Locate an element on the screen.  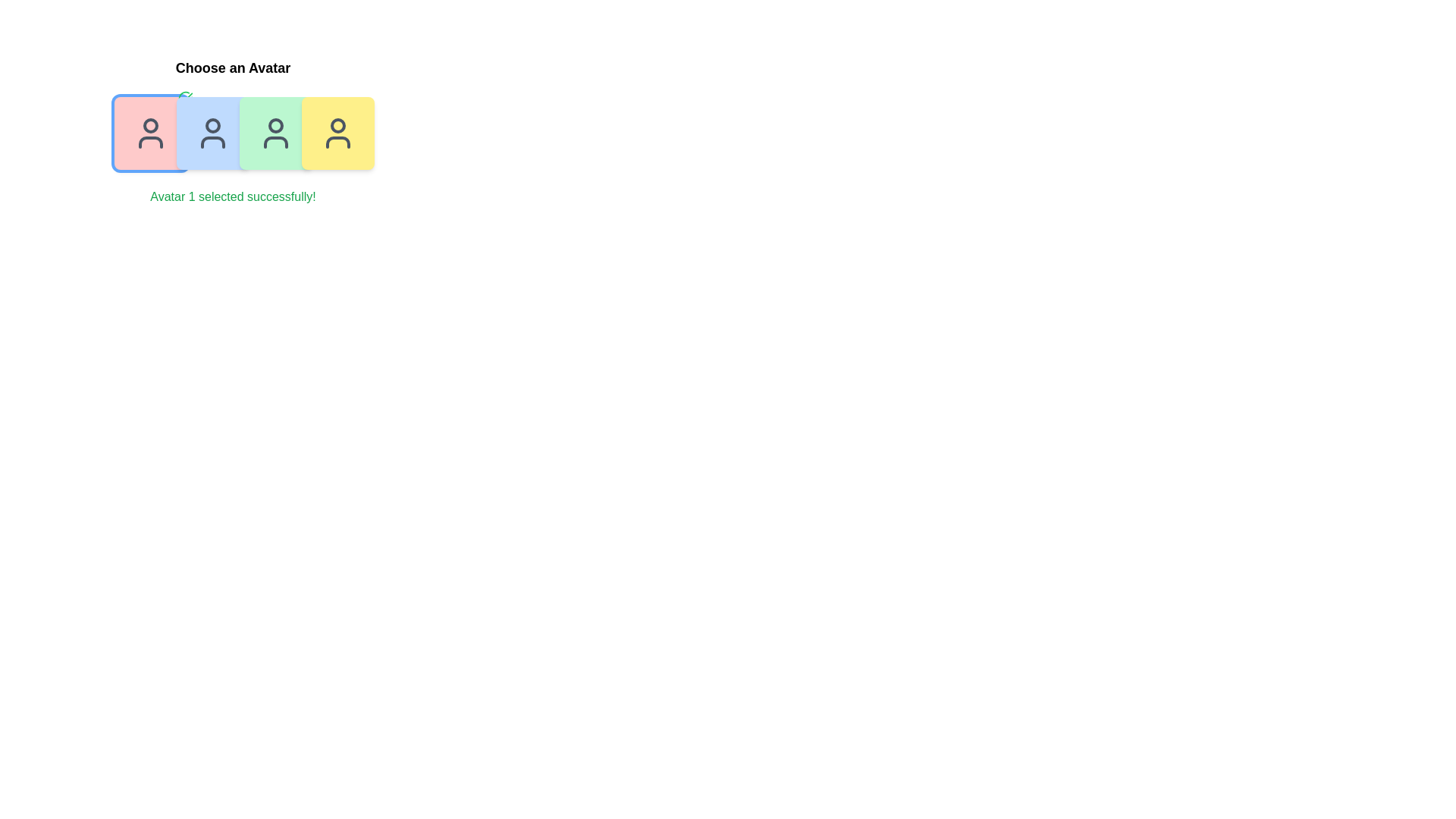
the decorative lower section of the user avatar icon, which is located in the leftmost position of a row of avatars with a red background is located at coordinates (150, 143).